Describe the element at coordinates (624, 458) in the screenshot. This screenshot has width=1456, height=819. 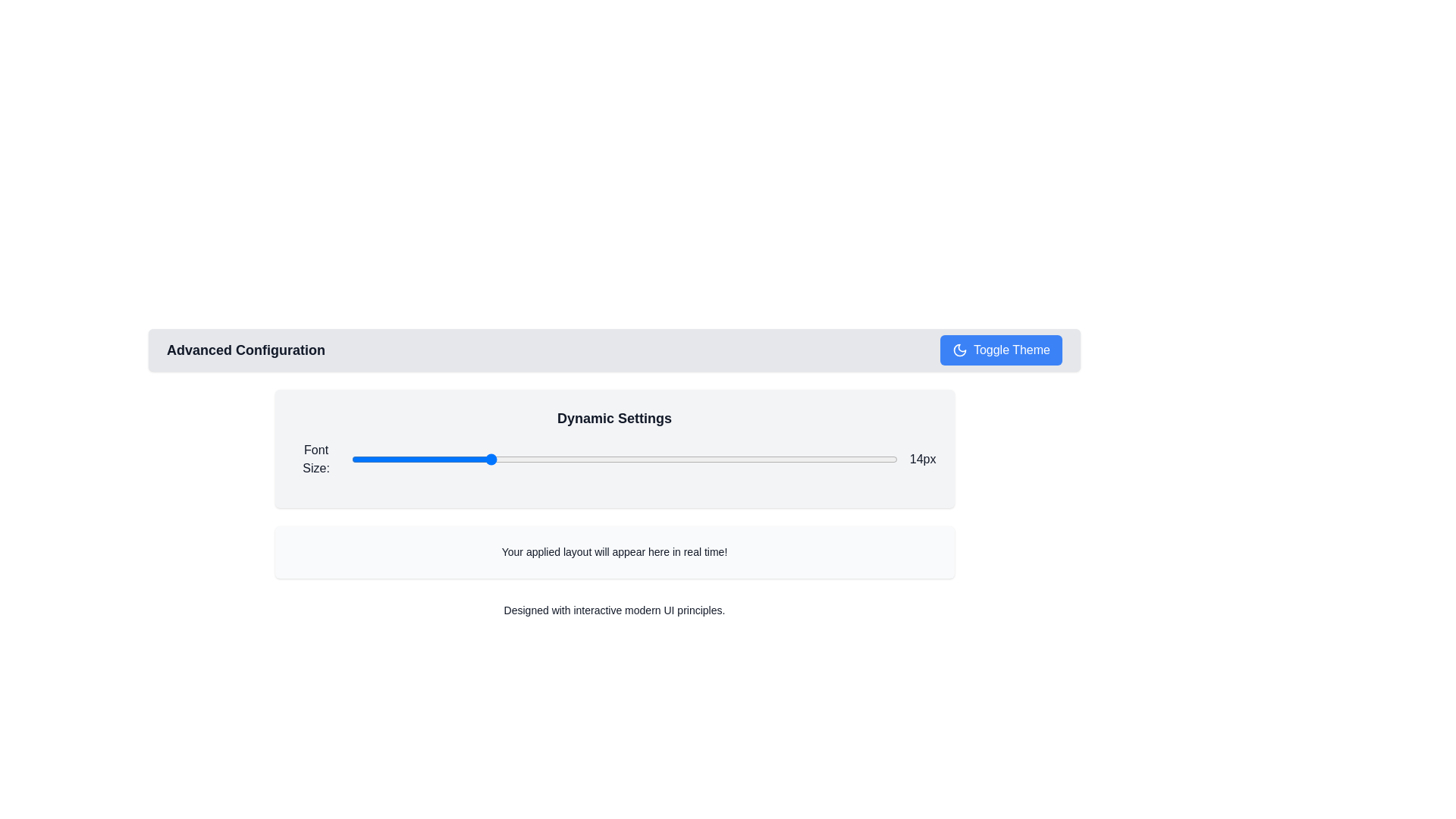
I see `the blue thumb of the horizontal slider located between 'Font Size:' and '14px' along the slider track` at that location.